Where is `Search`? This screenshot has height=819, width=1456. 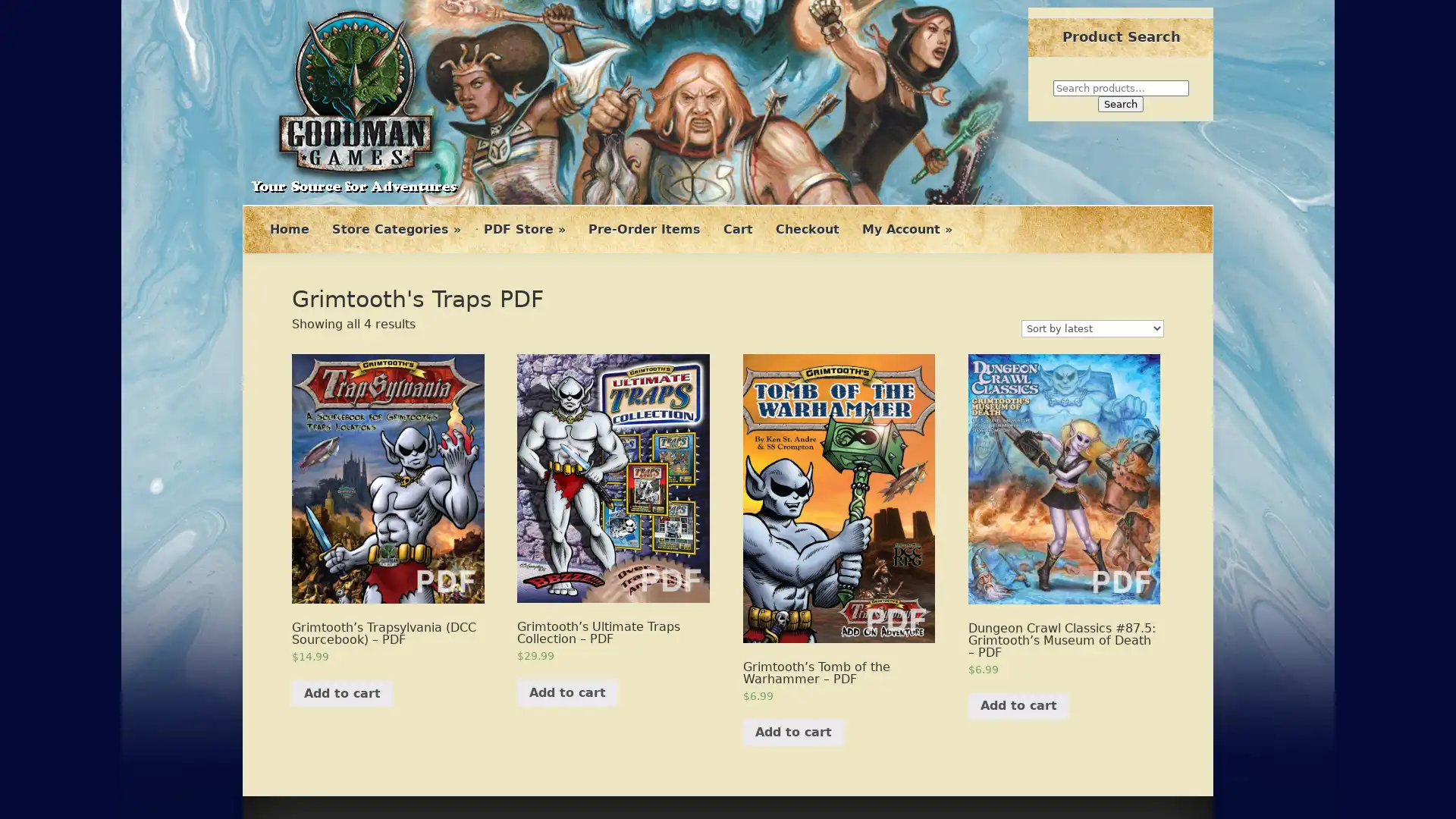 Search is located at coordinates (1121, 103).